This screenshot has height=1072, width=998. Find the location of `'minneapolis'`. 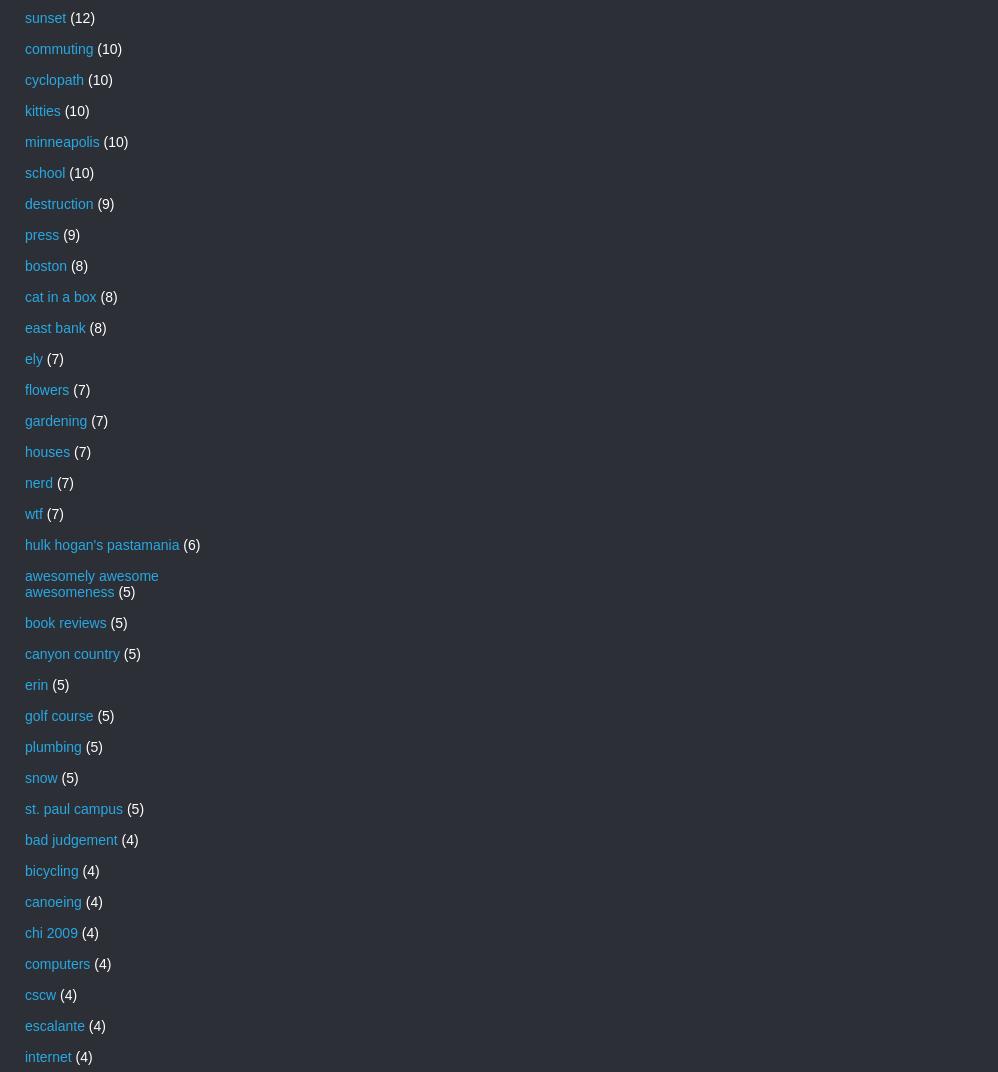

'minneapolis' is located at coordinates (25, 139).